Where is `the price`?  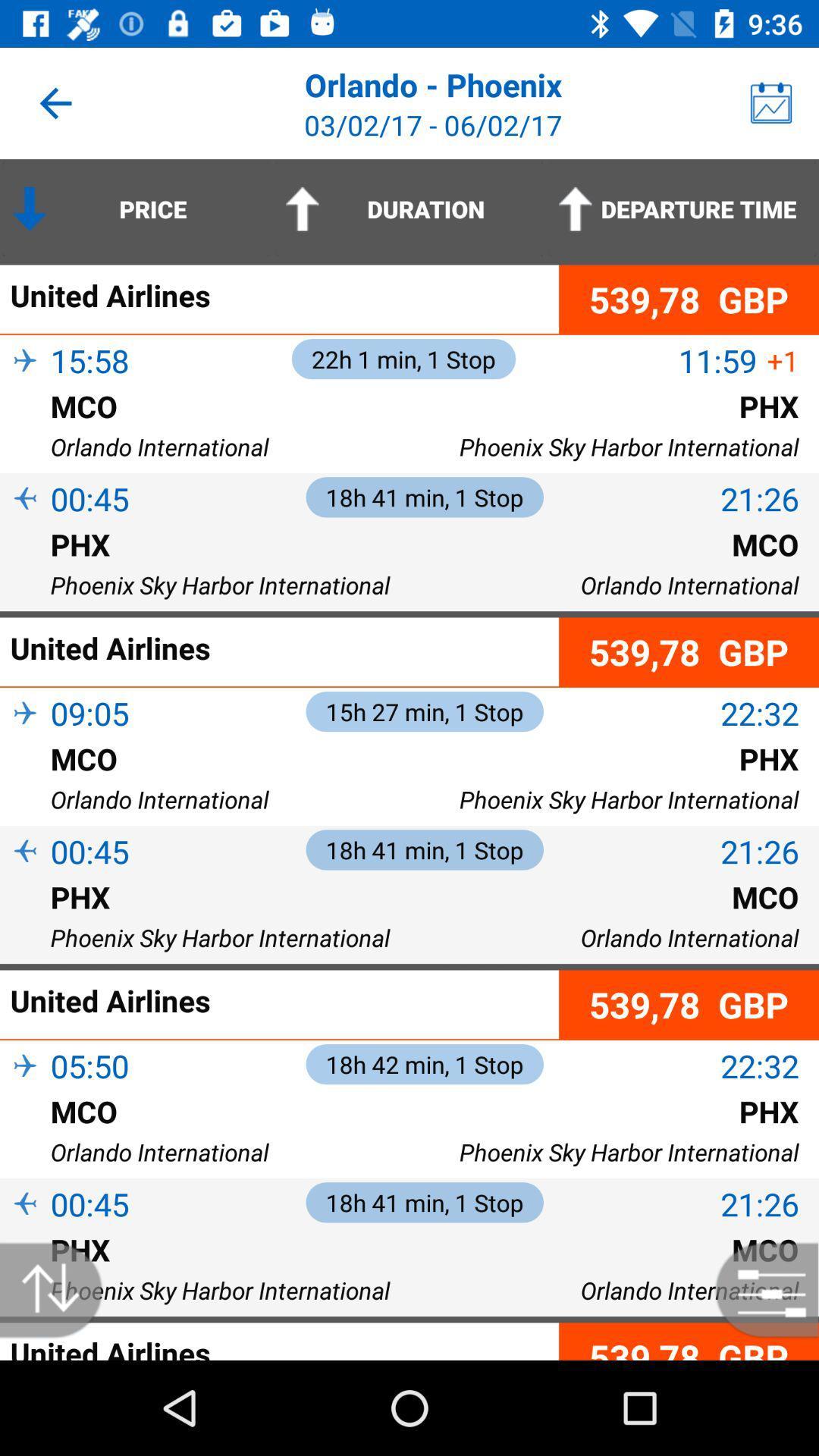 the price is located at coordinates (136, 208).